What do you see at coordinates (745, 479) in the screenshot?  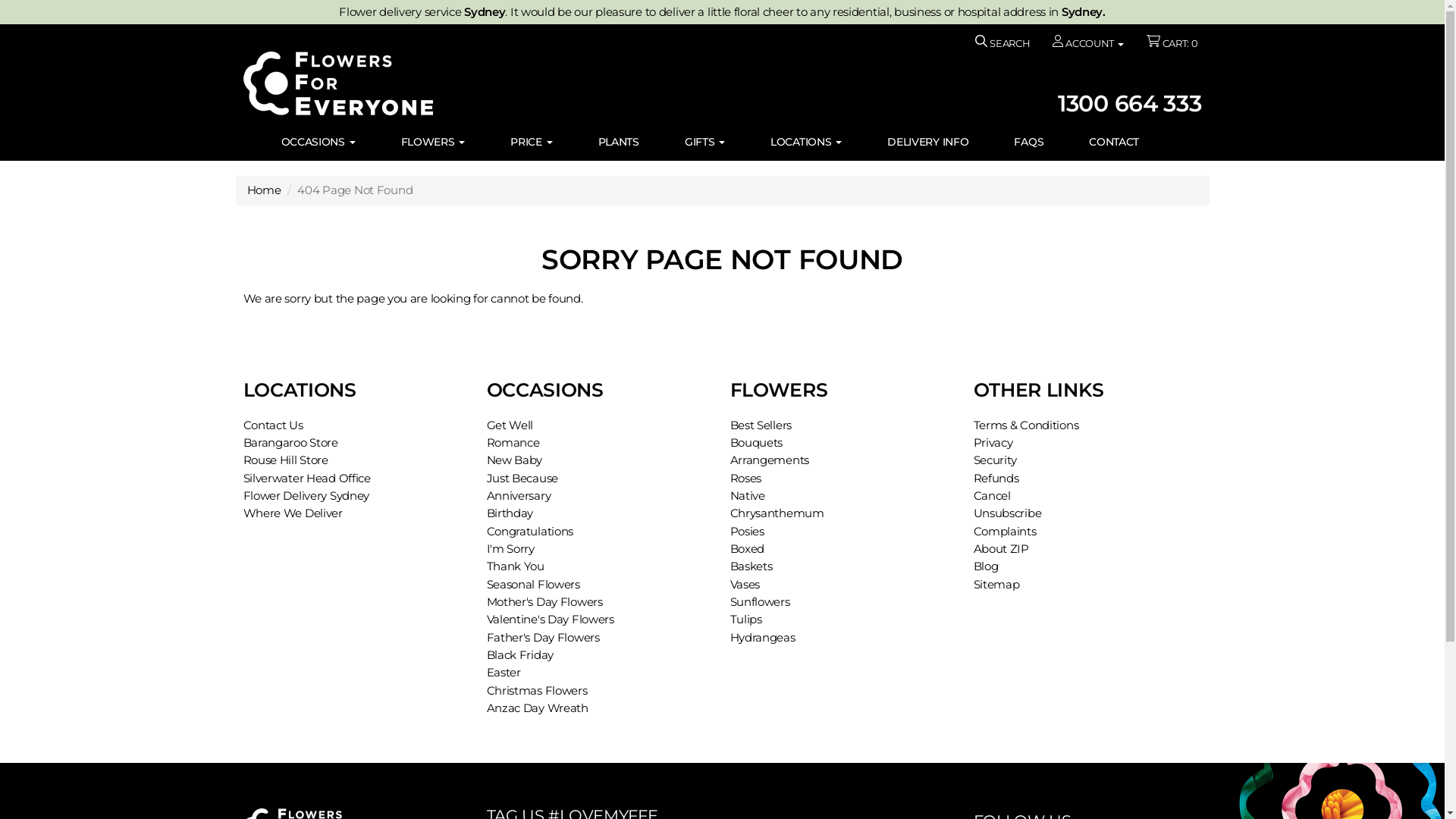 I see `'Roses'` at bounding box center [745, 479].